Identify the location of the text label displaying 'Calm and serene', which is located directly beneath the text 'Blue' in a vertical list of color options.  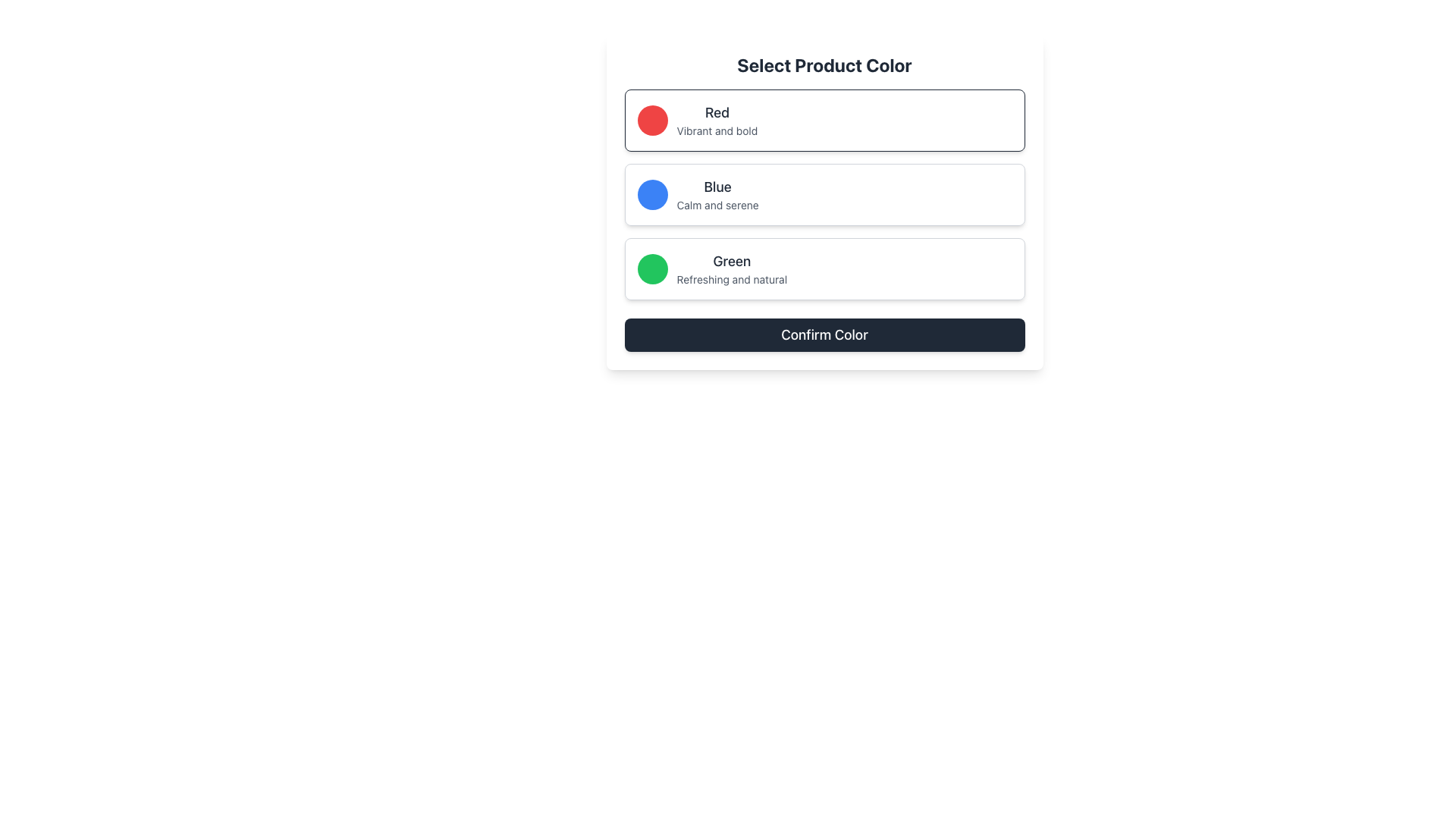
(717, 205).